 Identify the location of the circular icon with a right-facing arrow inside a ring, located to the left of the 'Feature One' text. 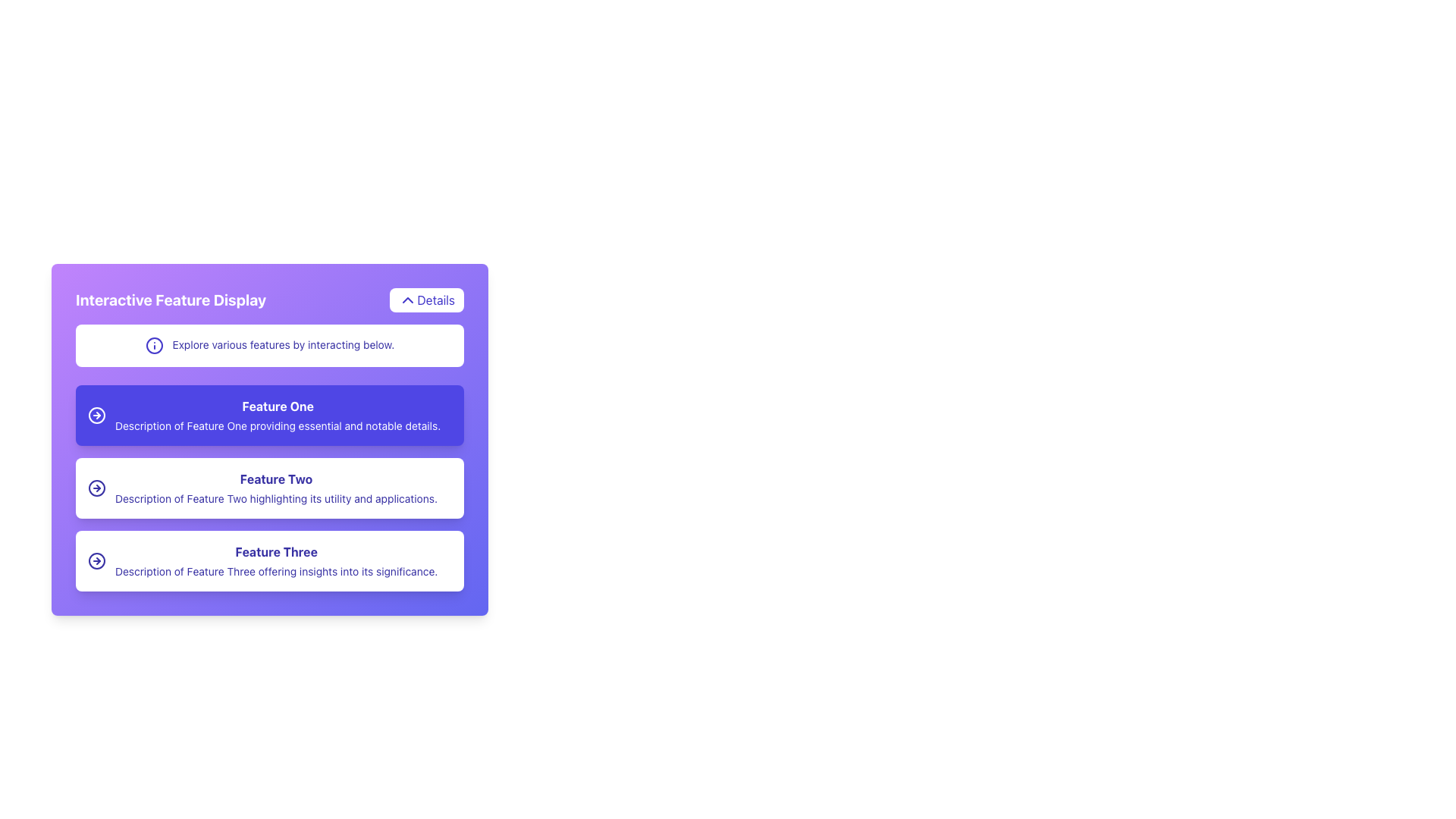
(96, 415).